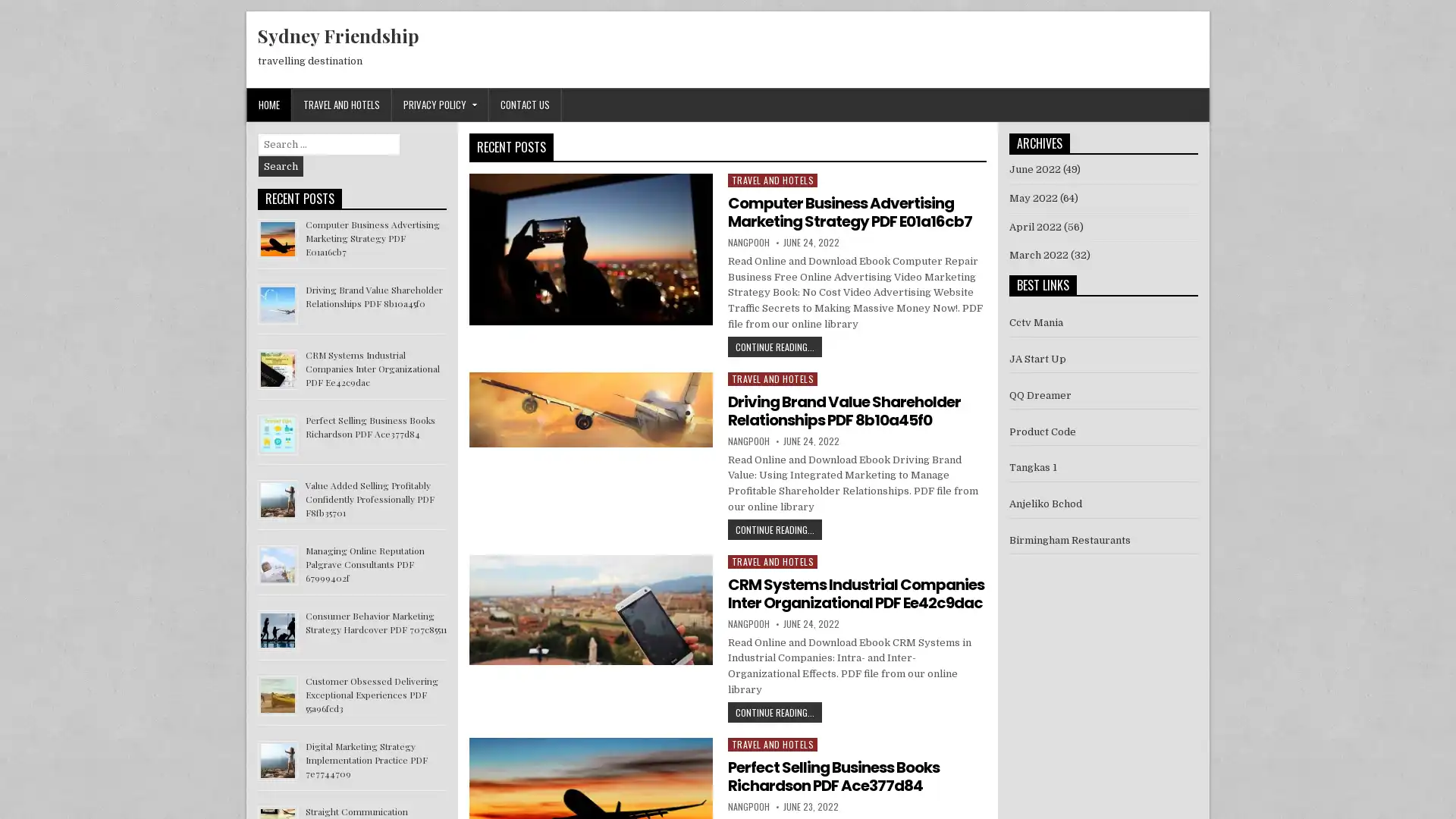 Image resolution: width=1456 pixels, height=819 pixels. I want to click on Search, so click(281, 166).